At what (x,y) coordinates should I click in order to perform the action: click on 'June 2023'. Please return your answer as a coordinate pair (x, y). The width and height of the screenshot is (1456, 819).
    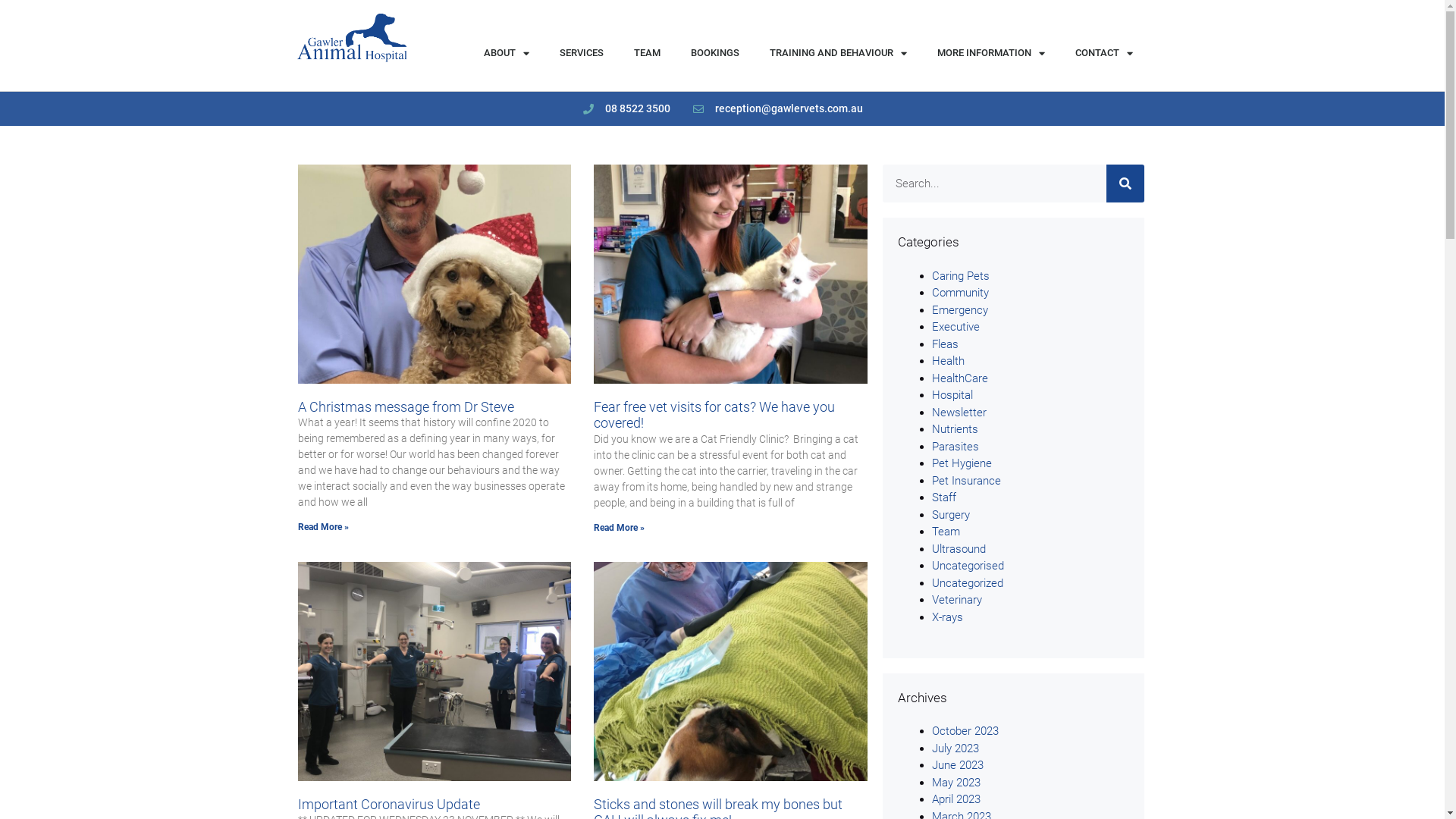
    Looking at the image, I should click on (956, 765).